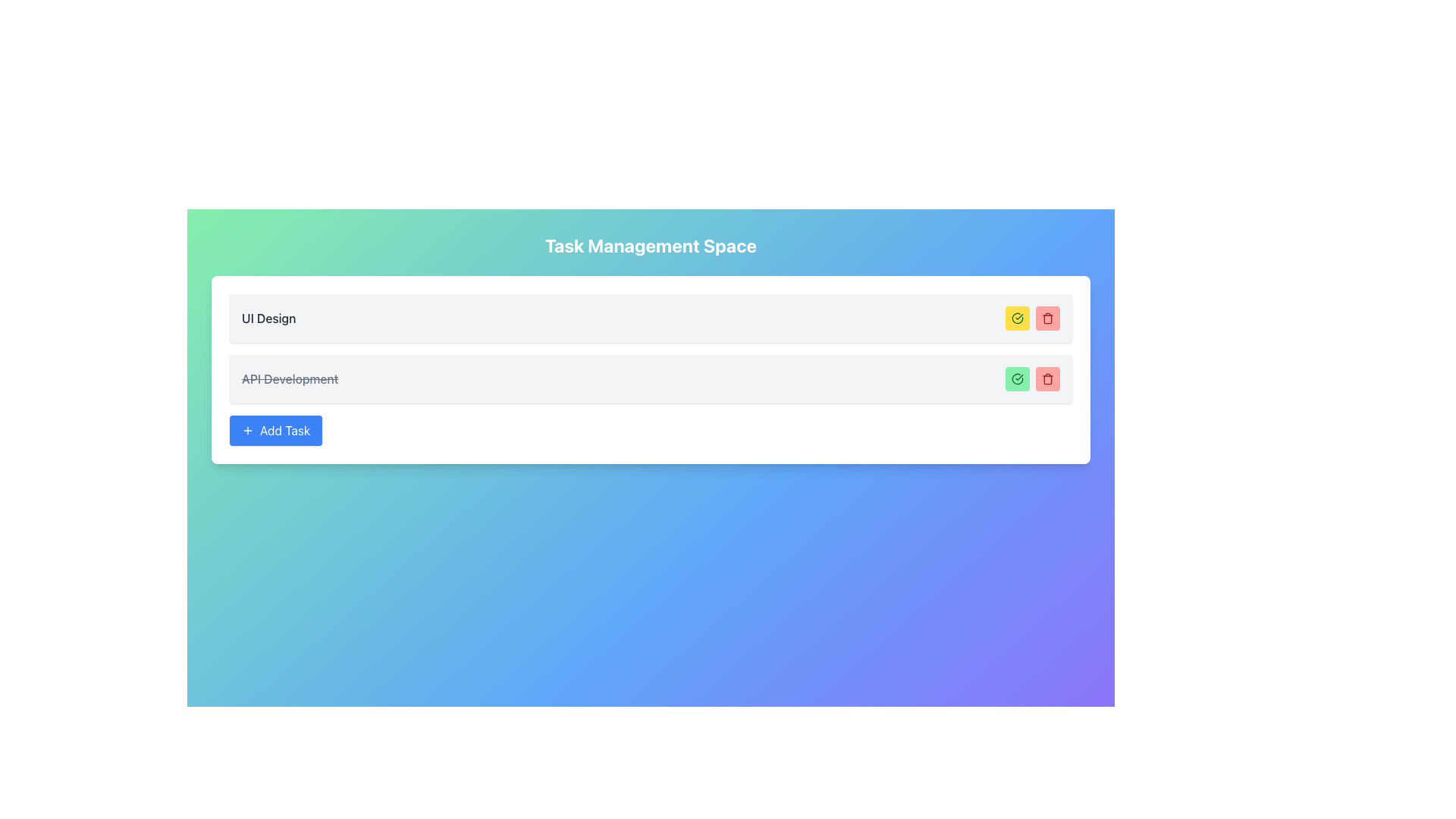 Image resolution: width=1456 pixels, height=819 pixels. What do you see at coordinates (651, 318) in the screenshot?
I see `the task card component displaying the title 'UI Design' in the task management interface` at bounding box center [651, 318].